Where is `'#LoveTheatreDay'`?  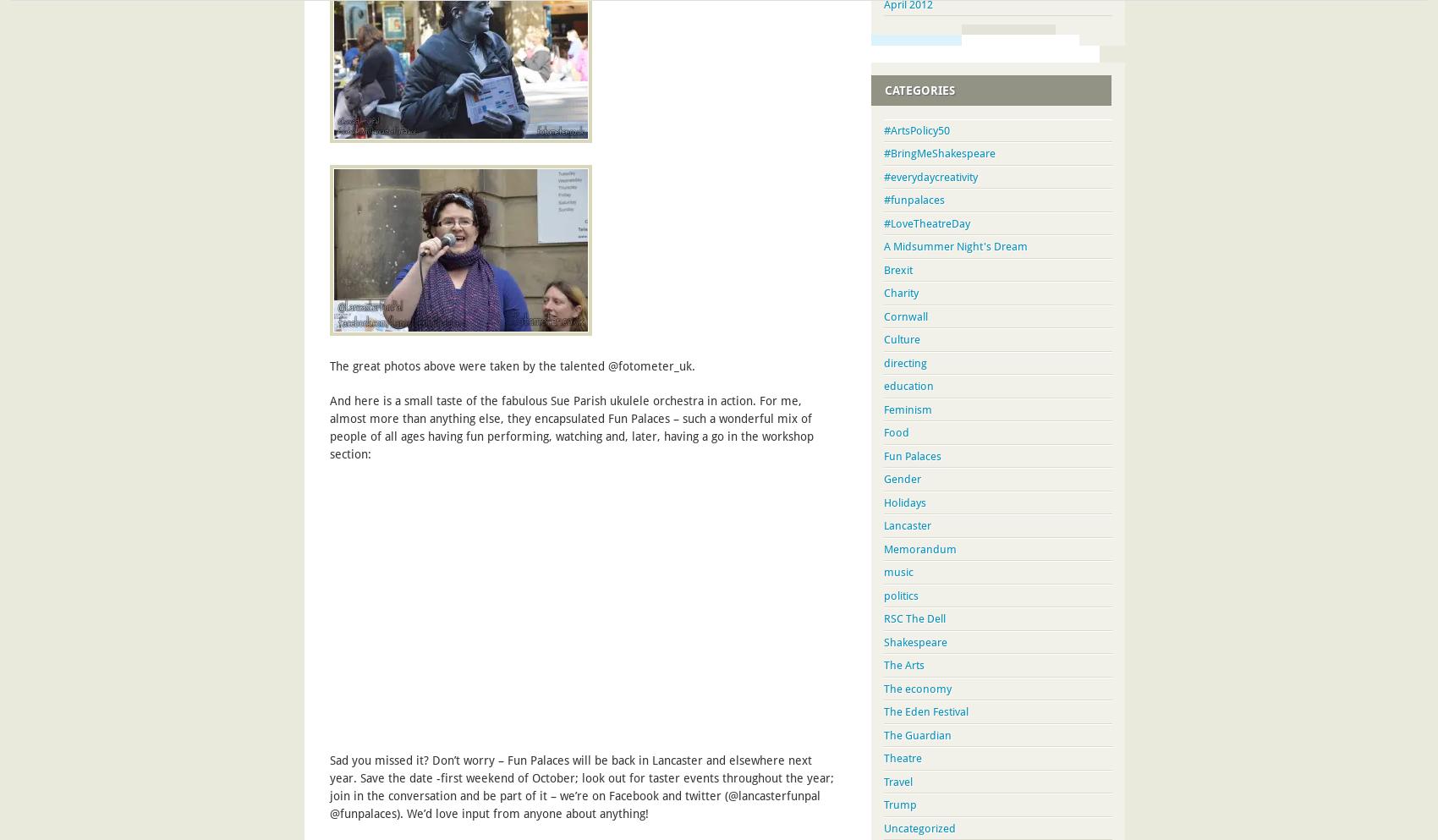
'#LoveTheatreDay' is located at coordinates (926, 222).